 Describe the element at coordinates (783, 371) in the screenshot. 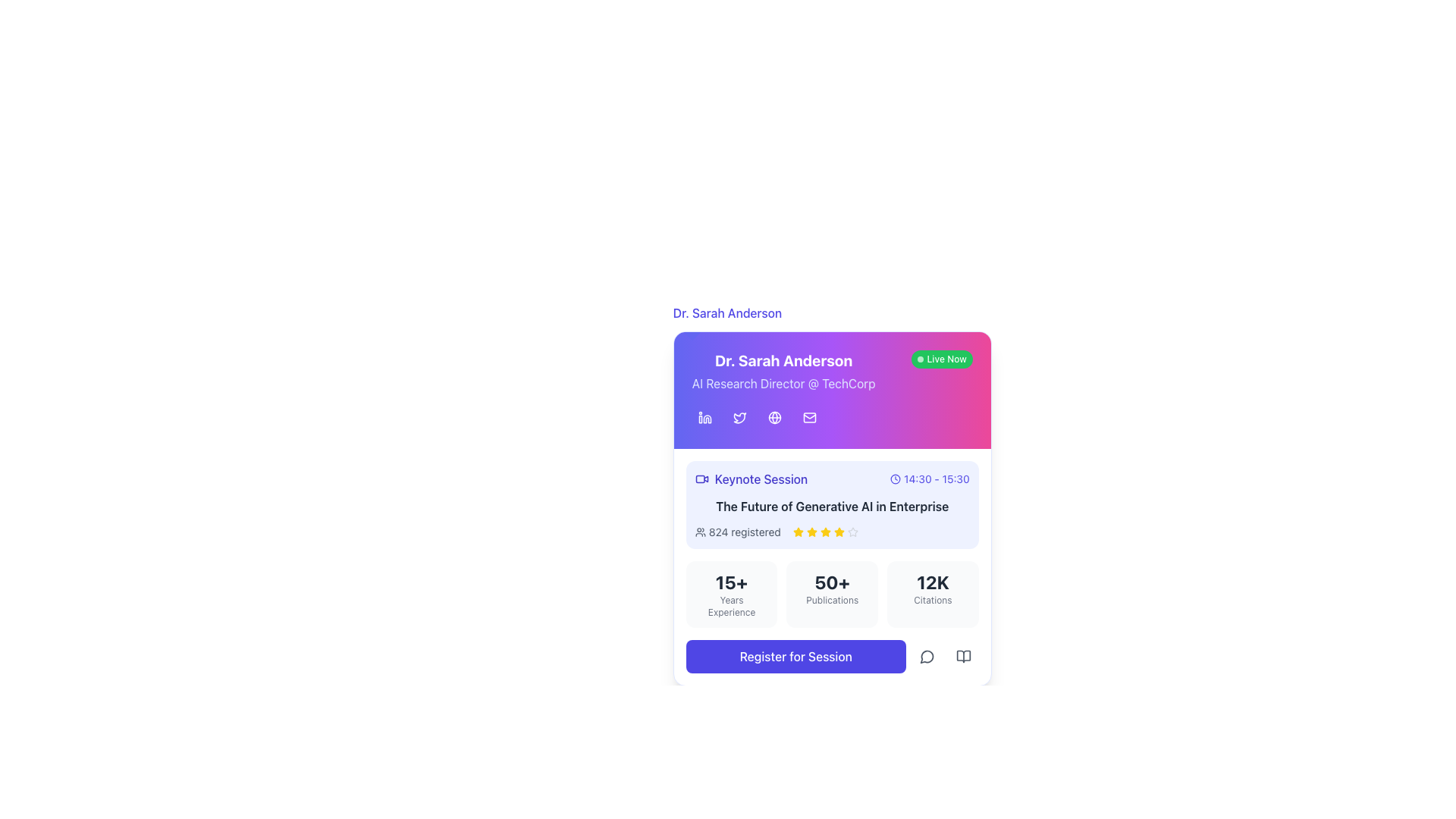

I see `to select the text displayed as 'Dr. Sarah Anderson' on the gradient purple-to-pink background in the top-left corner of the card structure` at that location.